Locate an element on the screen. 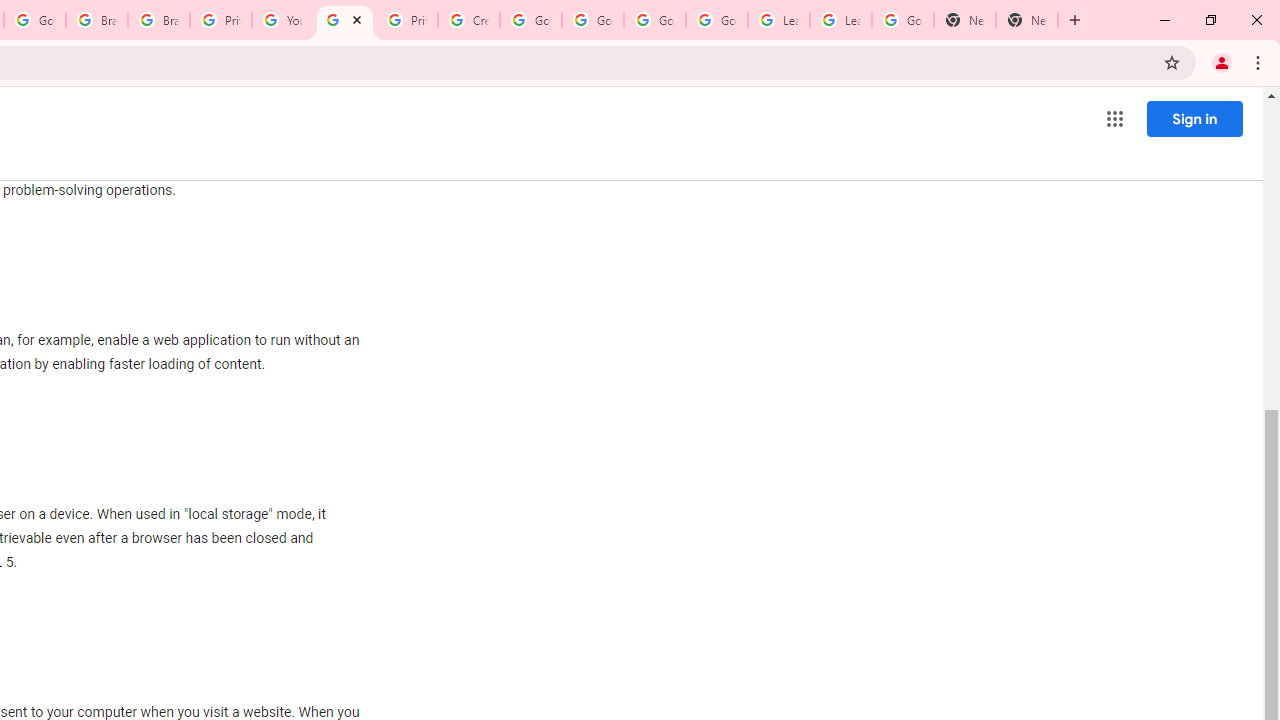  'New Tab' is located at coordinates (965, 20).